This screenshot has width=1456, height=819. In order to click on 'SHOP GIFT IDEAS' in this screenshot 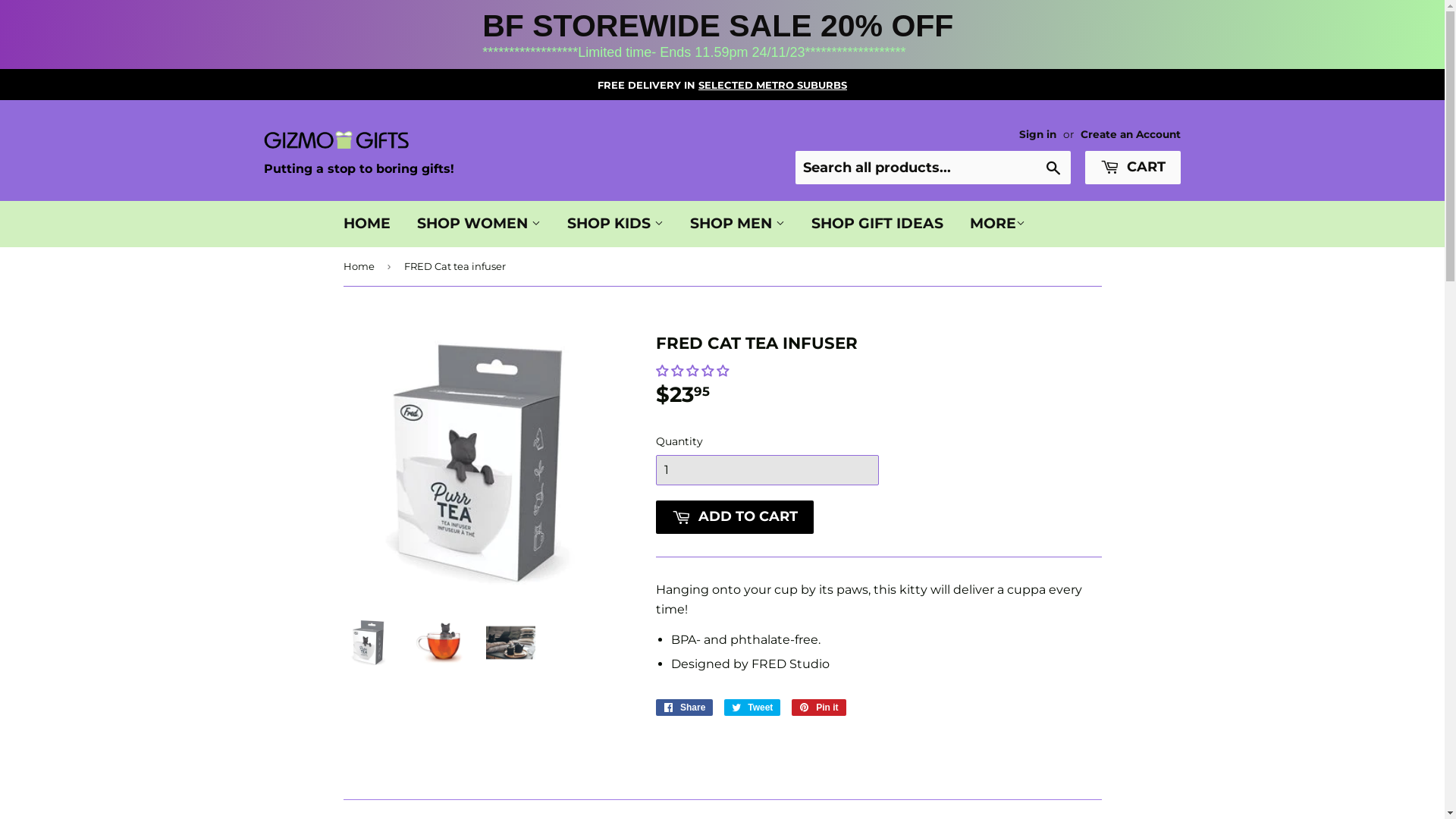, I will do `click(877, 223)`.